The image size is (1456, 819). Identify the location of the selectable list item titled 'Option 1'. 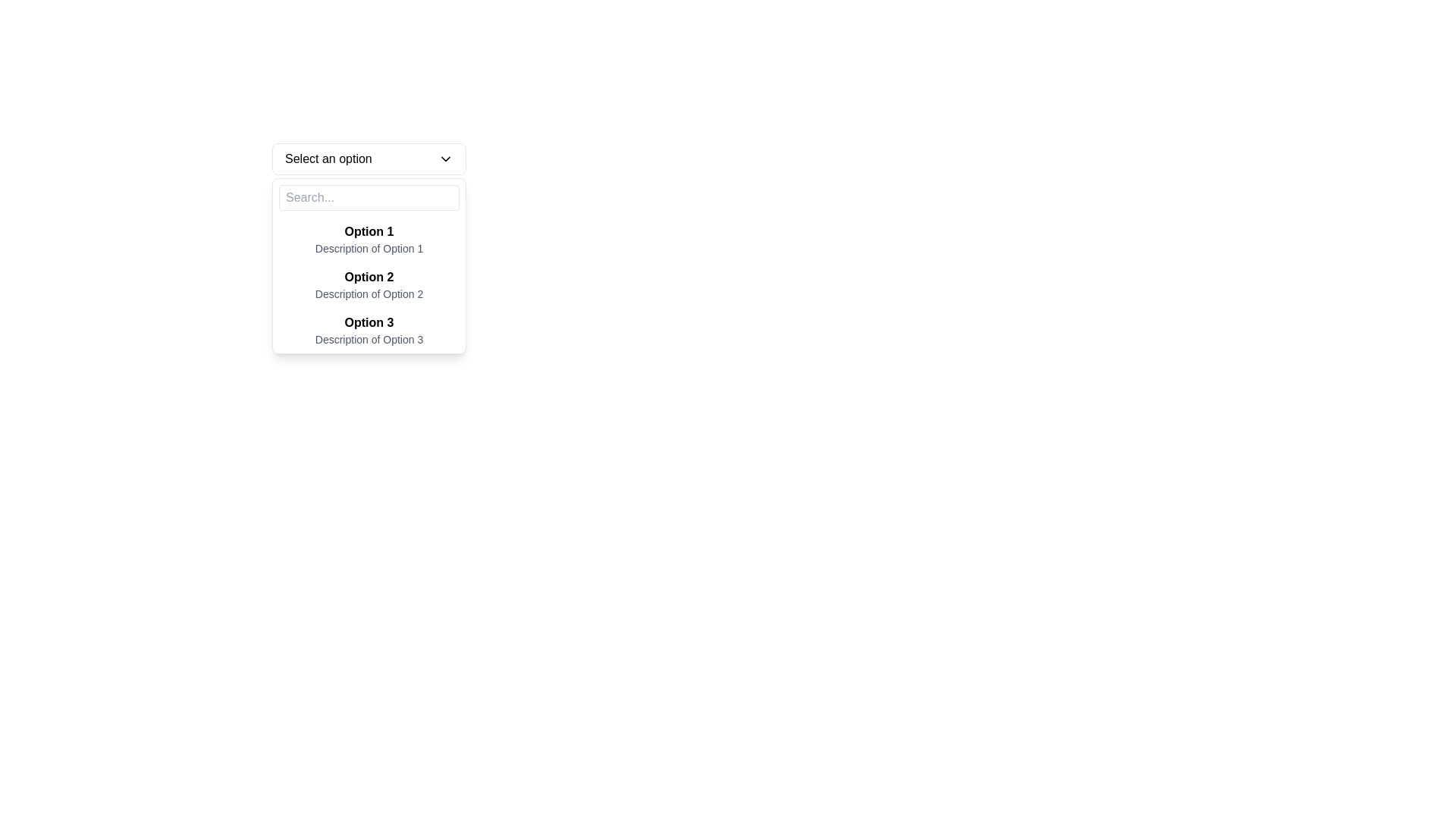
(369, 239).